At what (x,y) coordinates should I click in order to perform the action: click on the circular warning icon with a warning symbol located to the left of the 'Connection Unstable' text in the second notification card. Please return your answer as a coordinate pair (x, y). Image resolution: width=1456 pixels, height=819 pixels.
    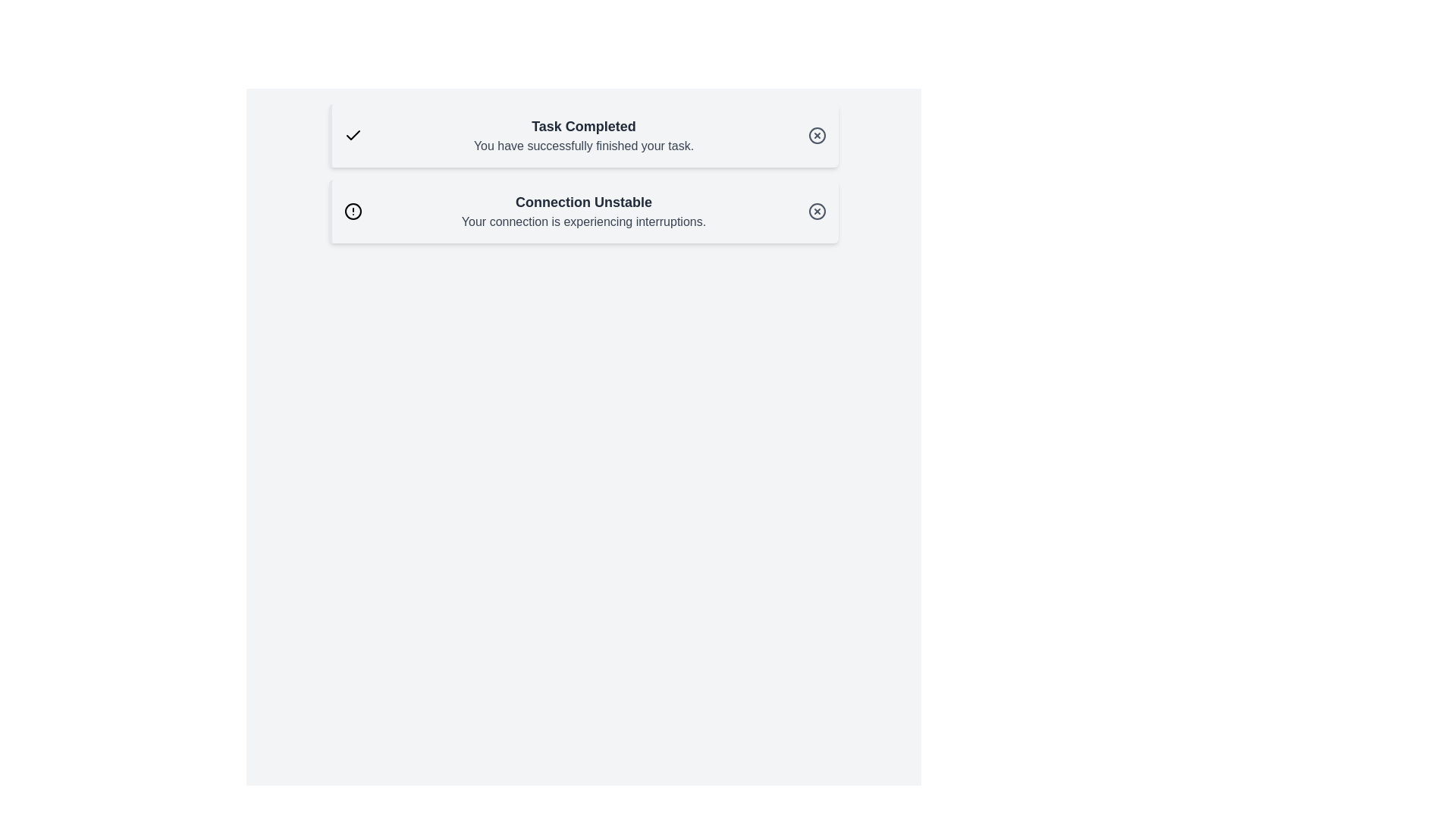
    Looking at the image, I should click on (352, 211).